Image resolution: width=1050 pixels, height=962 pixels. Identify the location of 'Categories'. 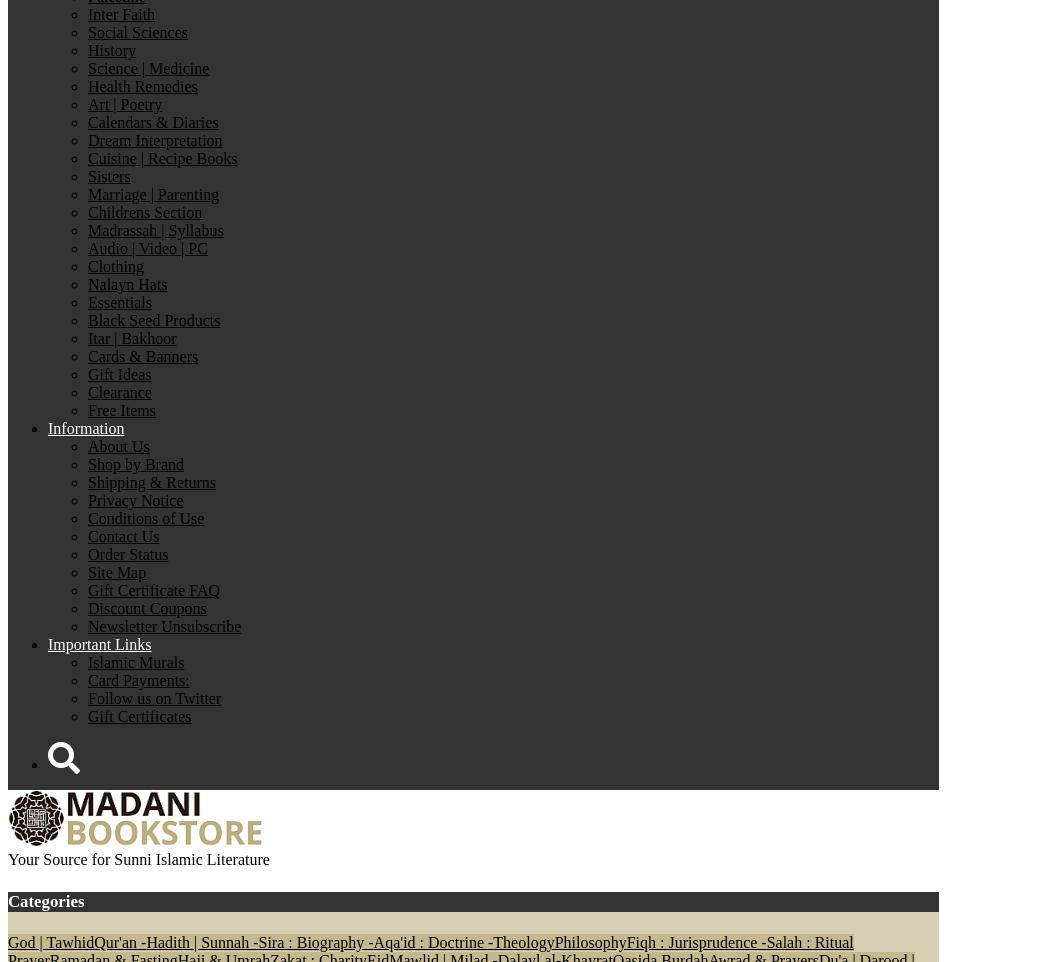
(7, 899).